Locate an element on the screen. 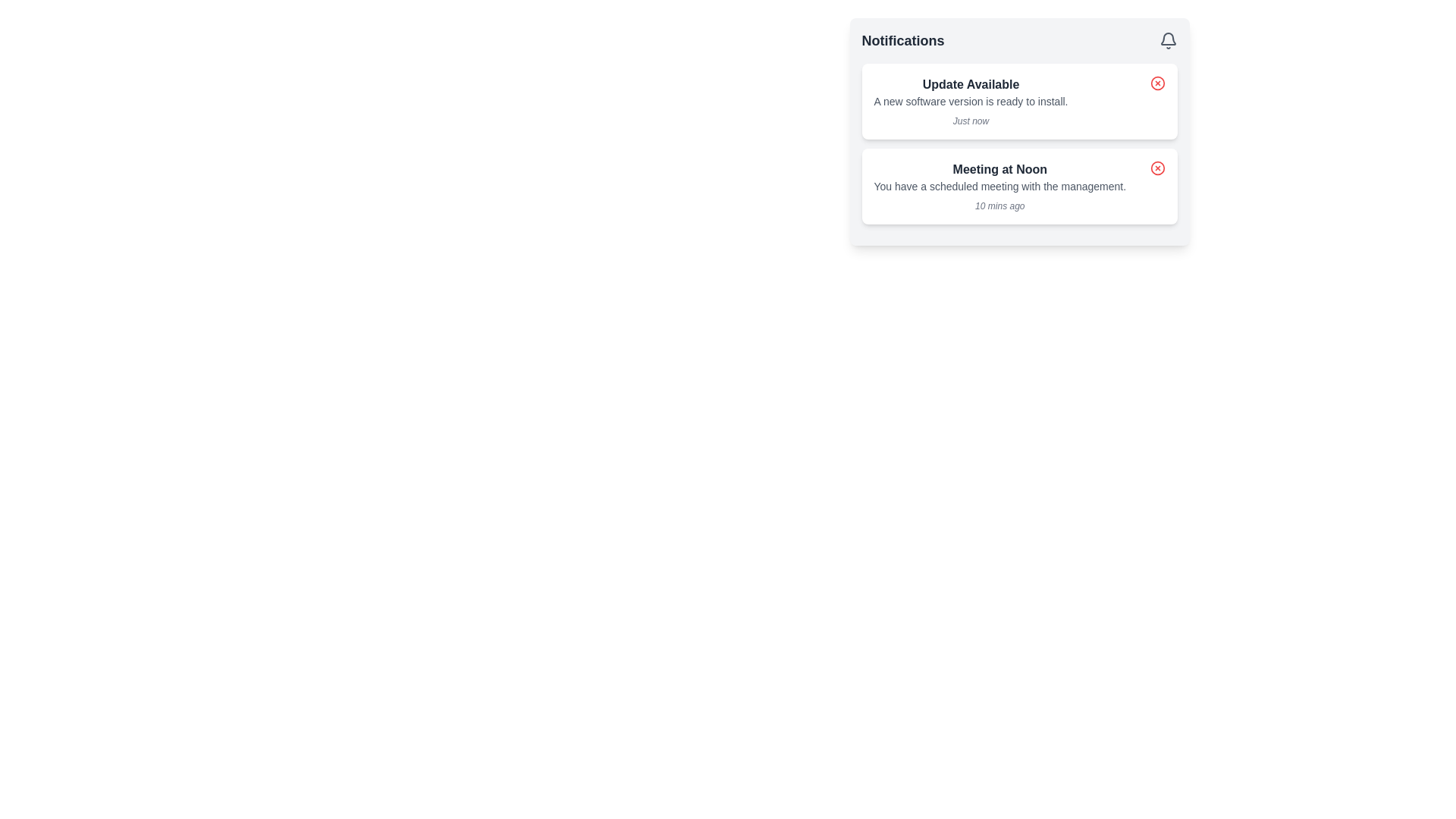 Image resolution: width=1456 pixels, height=819 pixels. the timestamp text label that reads '10 mins ago', styled in a smaller italicized font and muted gray color, located at the bottom right of the notification card is located at coordinates (999, 206).